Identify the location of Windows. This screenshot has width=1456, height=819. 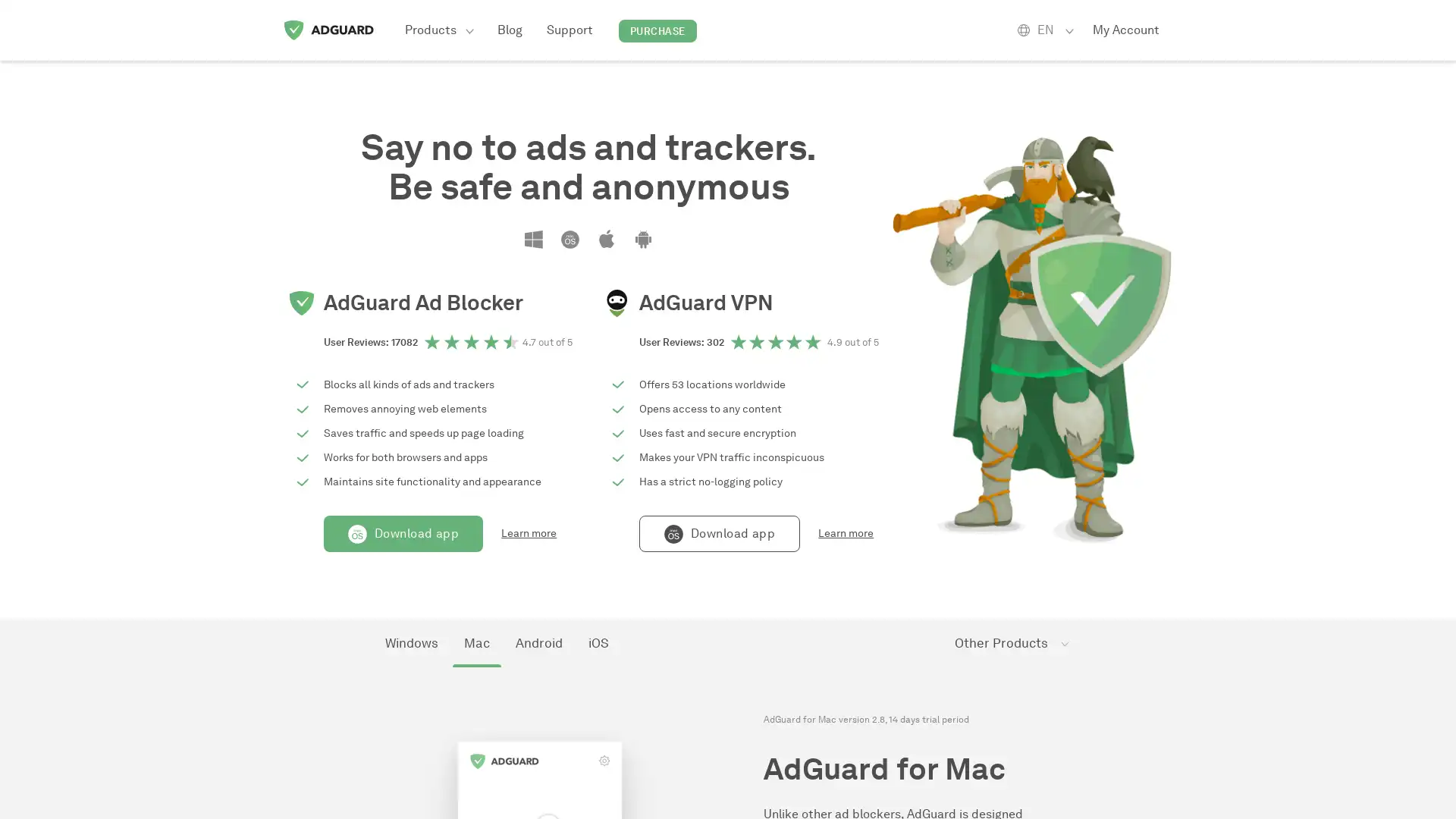
(411, 643).